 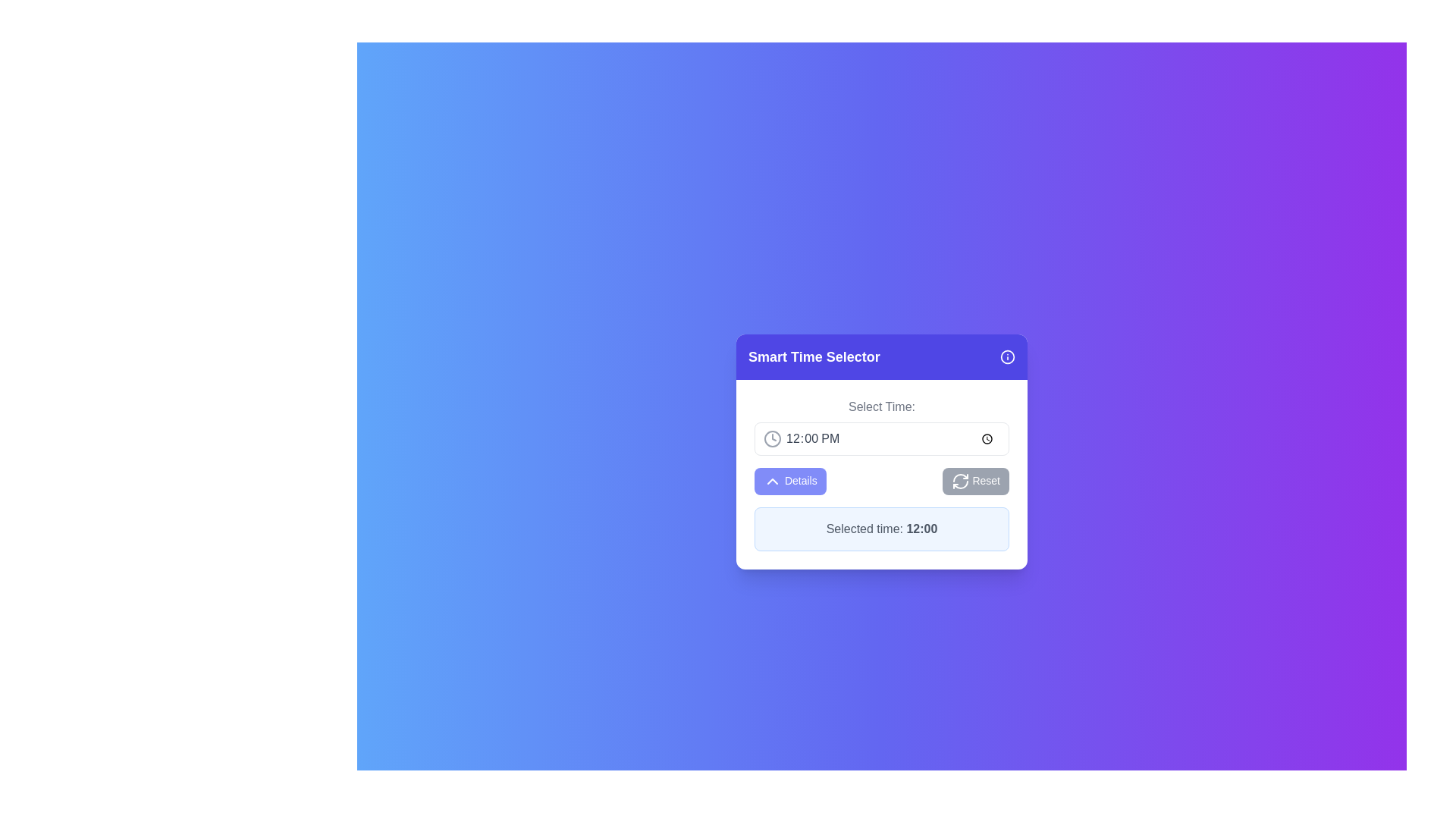 What do you see at coordinates (813, 356) in the screenshot?
I see `the static text label that serves as the title of the modal dialog, located in the top-left section of the modal's header` at bounding box center [813, 356].